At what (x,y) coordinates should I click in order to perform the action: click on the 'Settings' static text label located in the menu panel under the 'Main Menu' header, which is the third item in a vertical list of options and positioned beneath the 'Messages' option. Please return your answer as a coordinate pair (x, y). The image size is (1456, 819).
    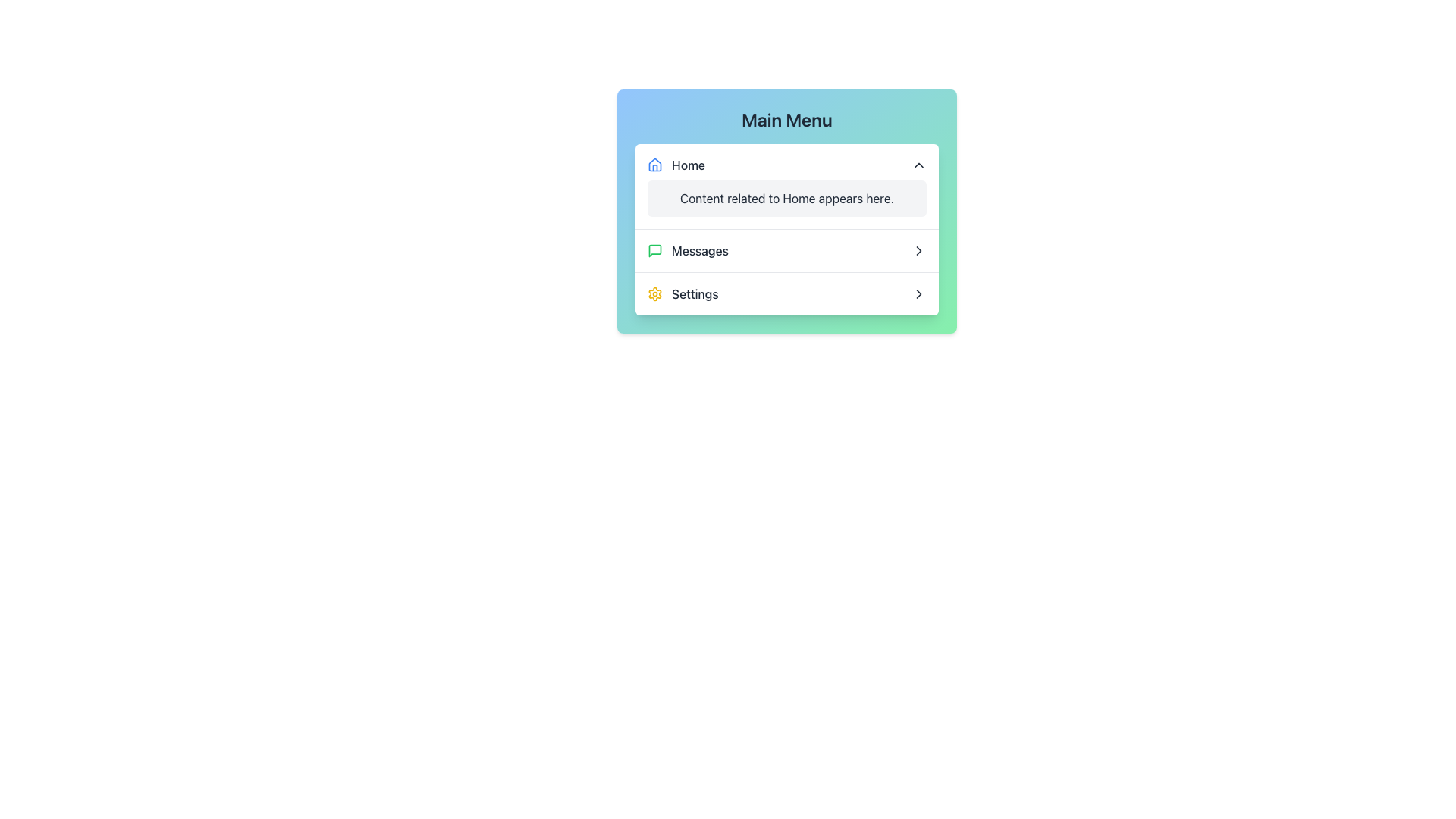
    Looking at the image, I should click on (694, 294).